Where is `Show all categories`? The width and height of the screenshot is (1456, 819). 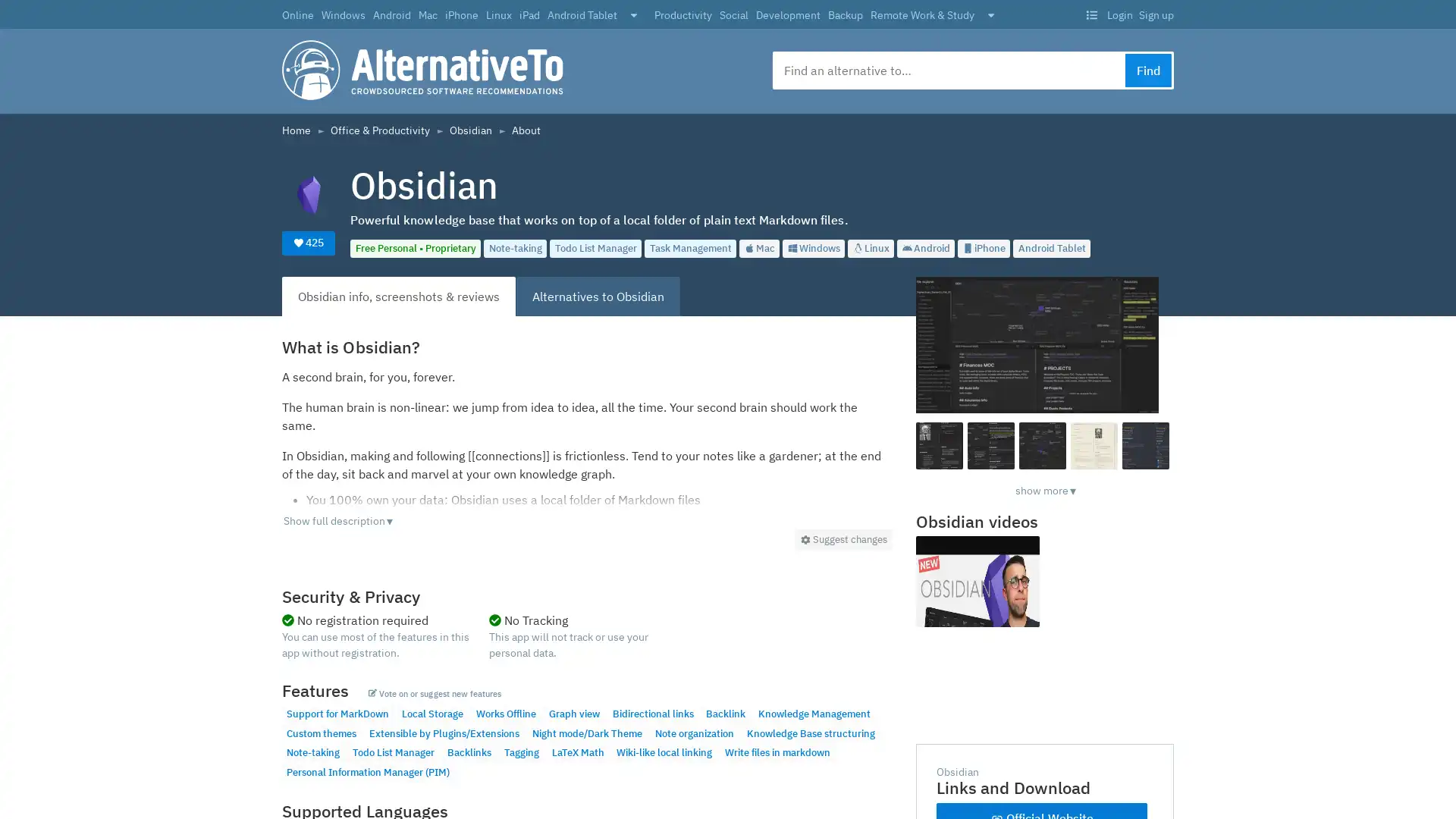 Show all categories is located at coordinates (990, 16).